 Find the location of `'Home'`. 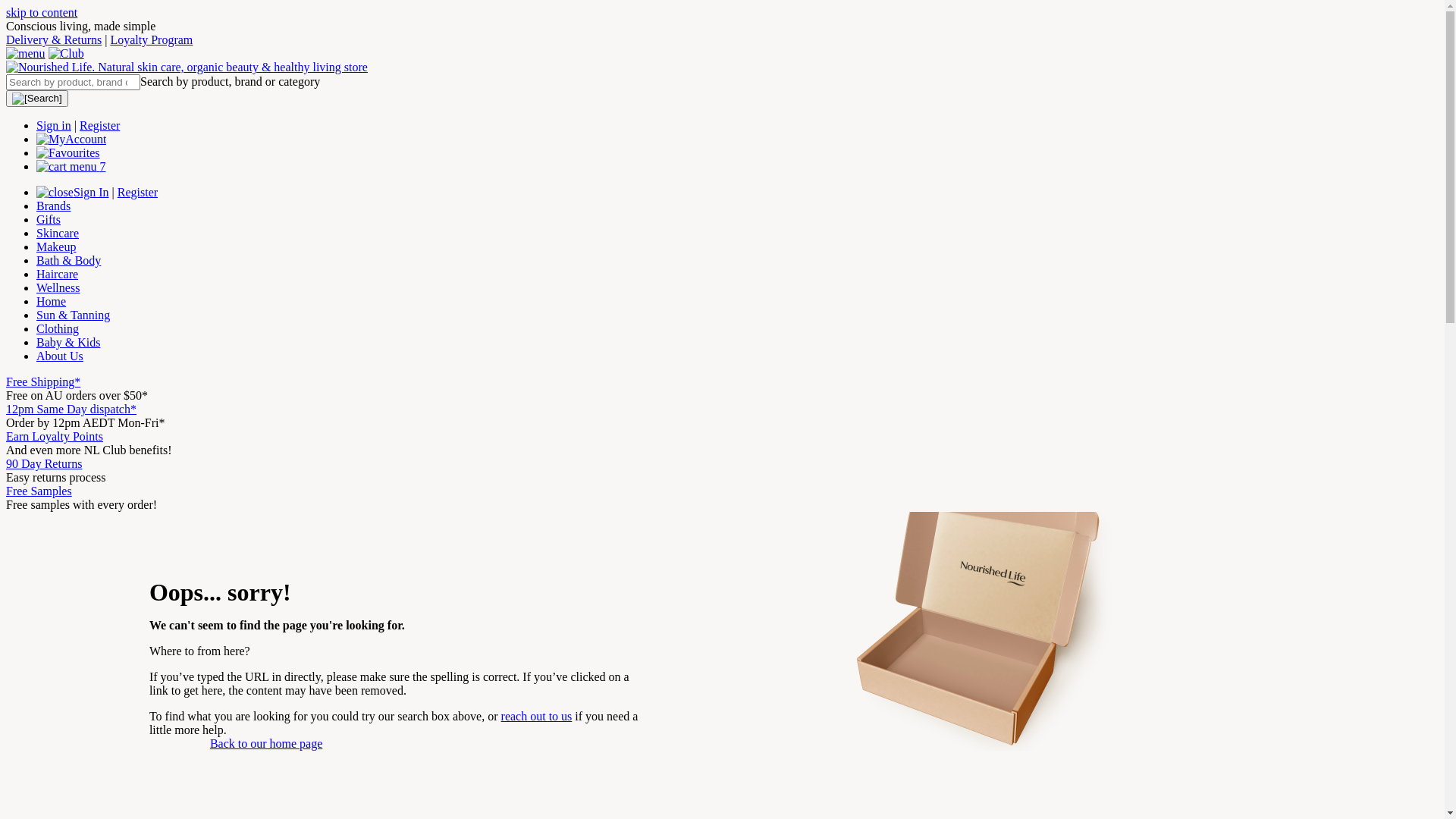

'Home' is located at coordinates (51, 301).